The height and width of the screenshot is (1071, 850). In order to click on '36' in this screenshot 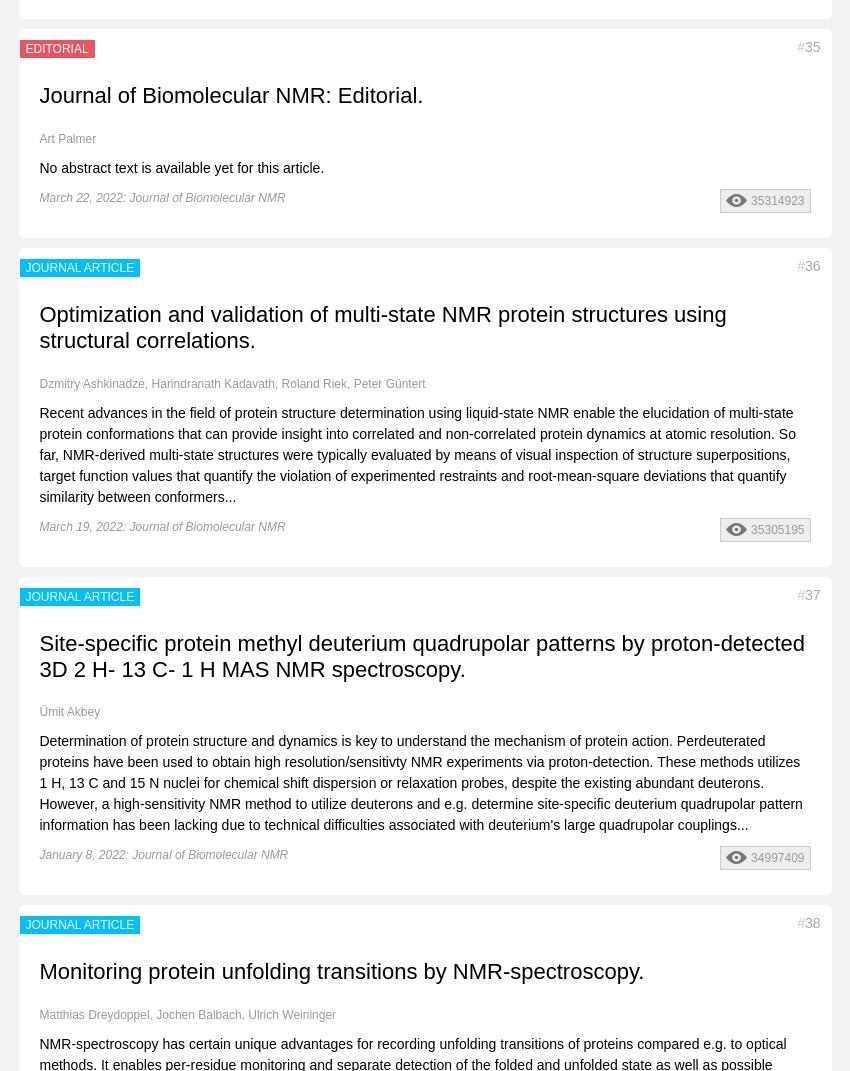, I will do `click(812, 264)`.